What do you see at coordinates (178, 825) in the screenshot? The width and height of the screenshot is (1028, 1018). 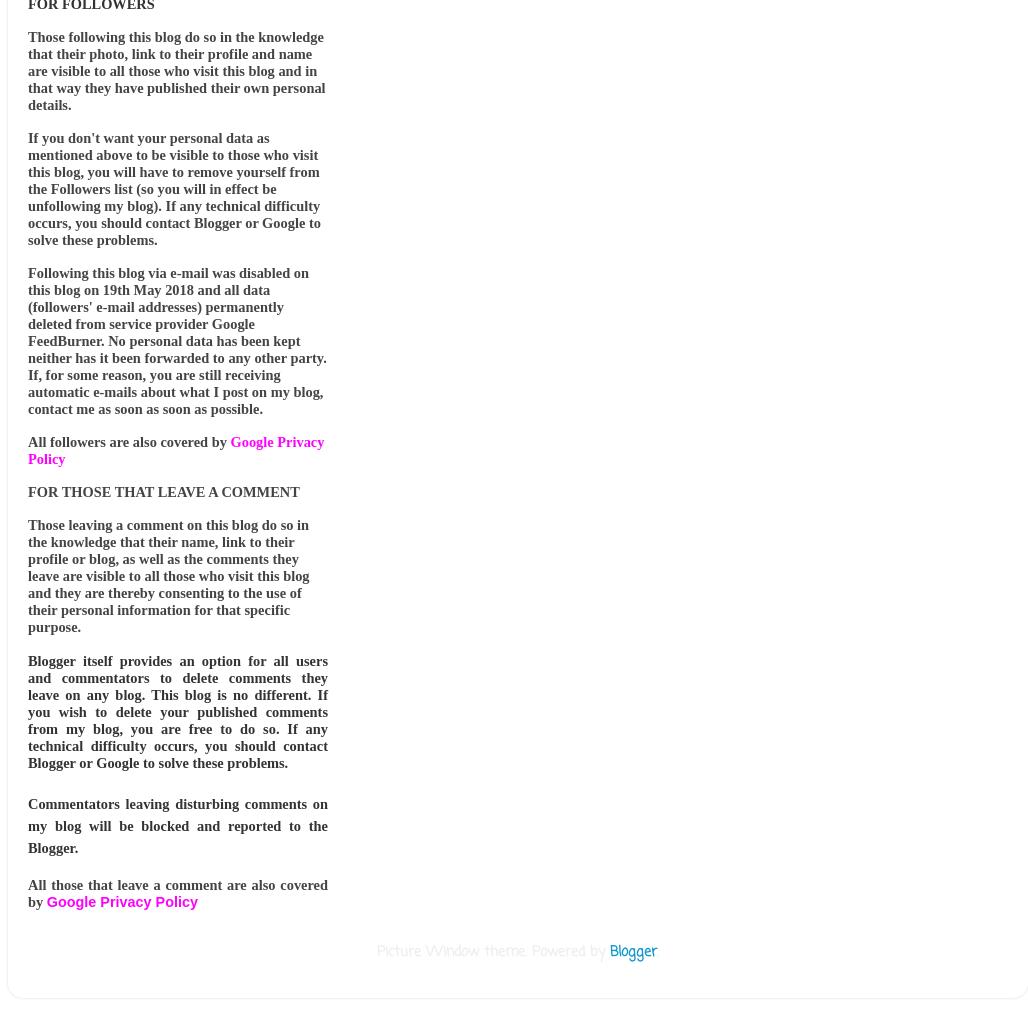 I see `'Commentators leaving disturbing comments on my blog will be blocked and reported to the Blogger.'` at bounding box center [178, 825].